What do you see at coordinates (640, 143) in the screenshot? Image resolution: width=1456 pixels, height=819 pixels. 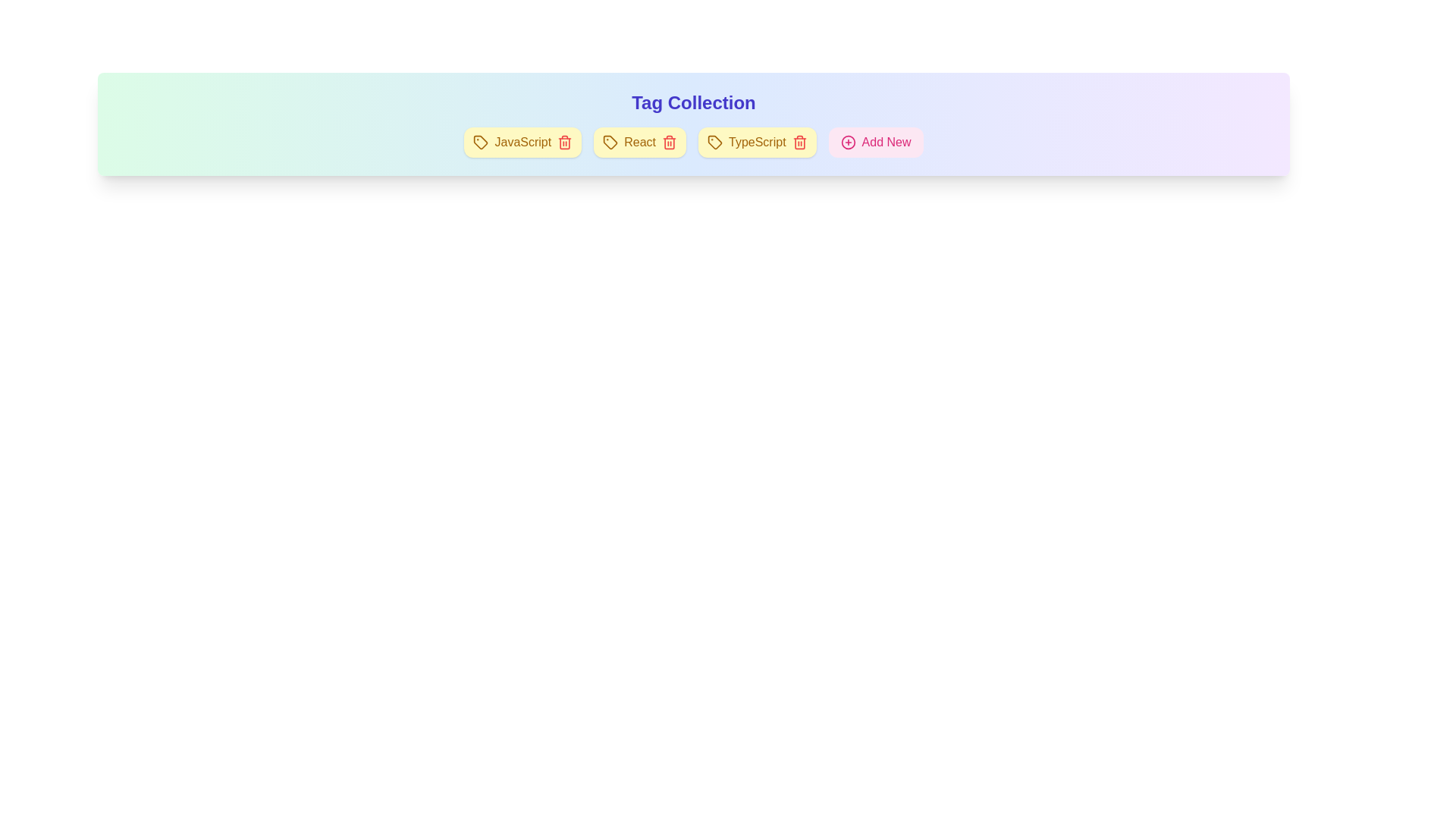 I see `the 'React' interactive tag, which is the second button in a row of similar buttons` at bounding box center [640, 143].